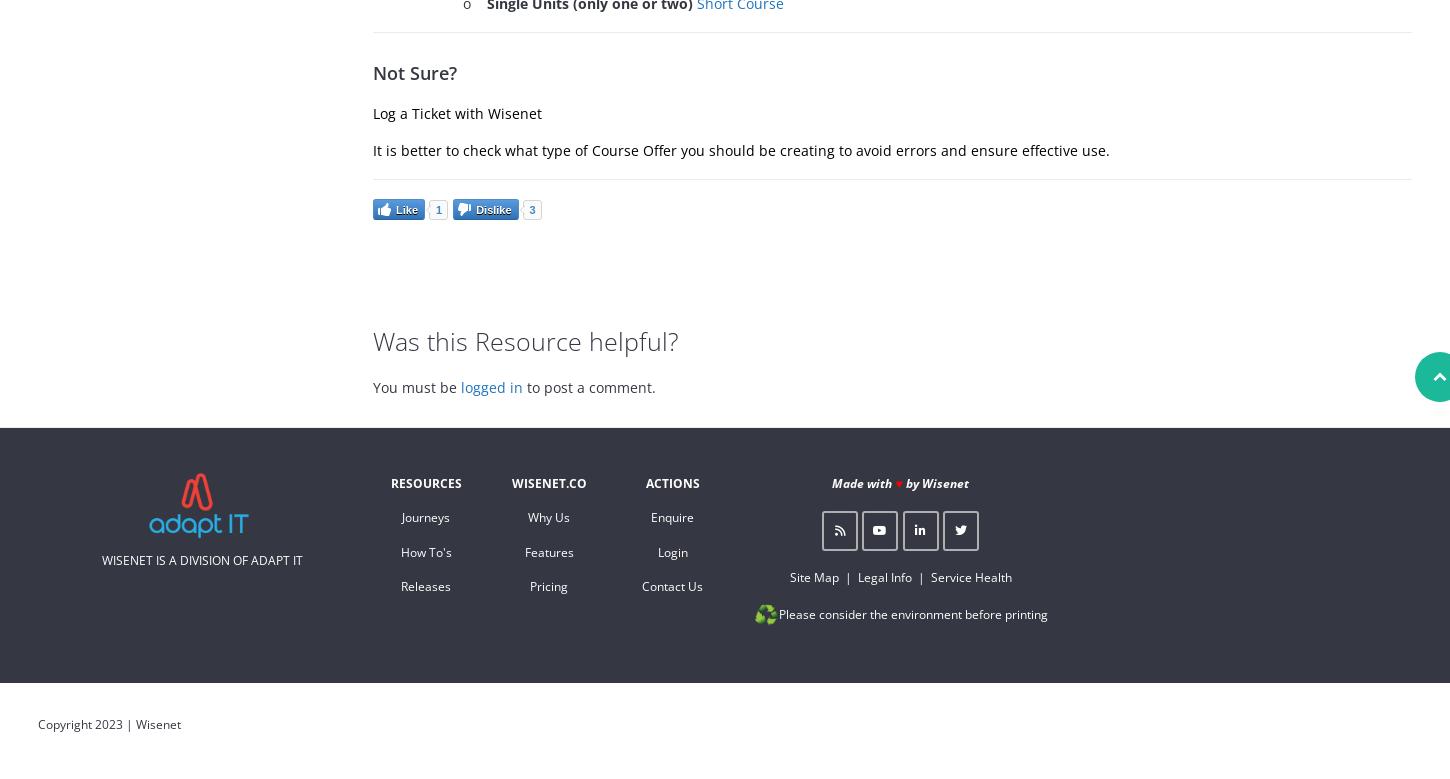 Image resolution: width=1450 pixels, height=779 pixels. What do you see at coordinates (855, 576) in the screenshot?
I see `'Legal Info'` at bounding box center [855, 576].